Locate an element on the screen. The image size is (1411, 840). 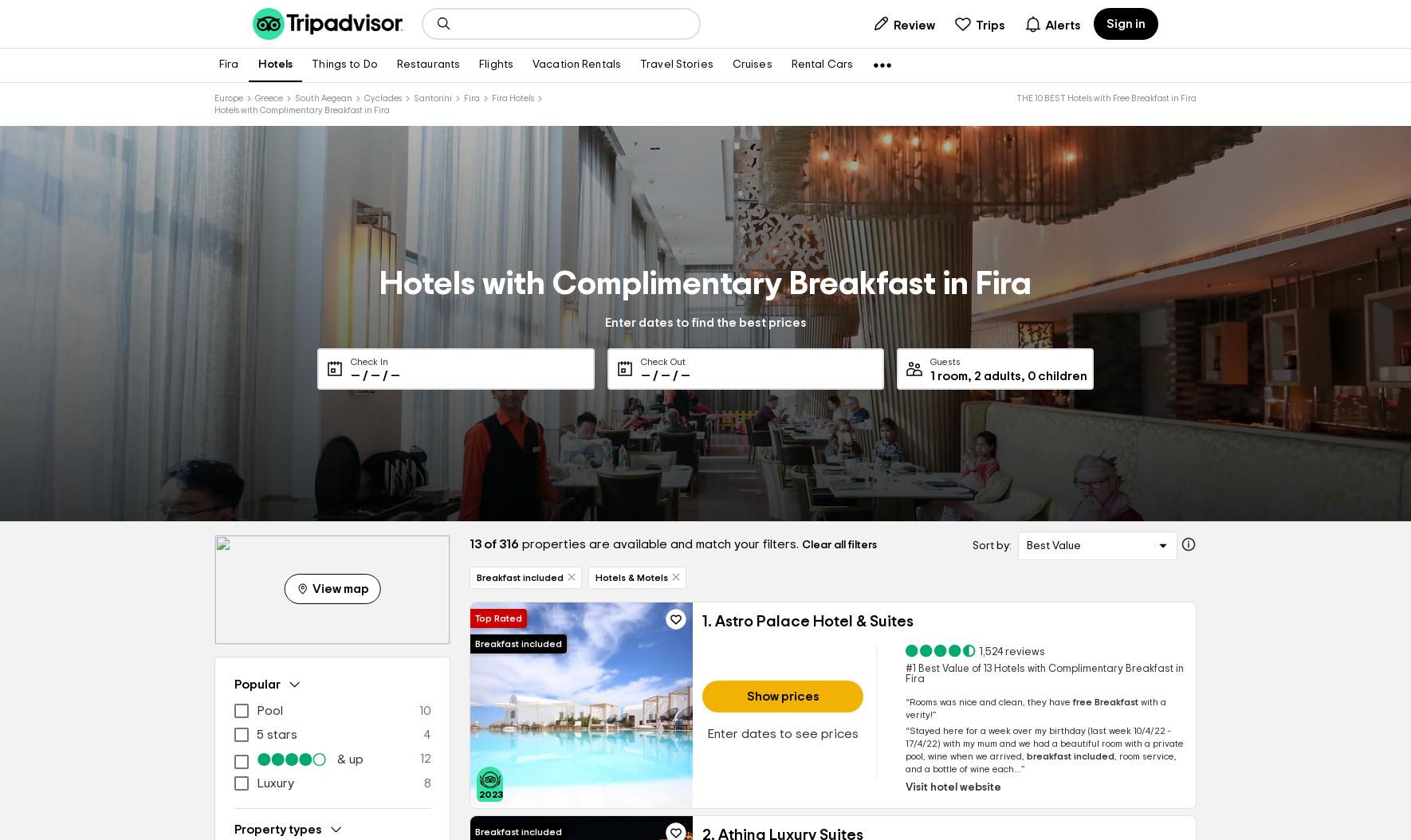
'& up' is located at coordinates (349, 760).